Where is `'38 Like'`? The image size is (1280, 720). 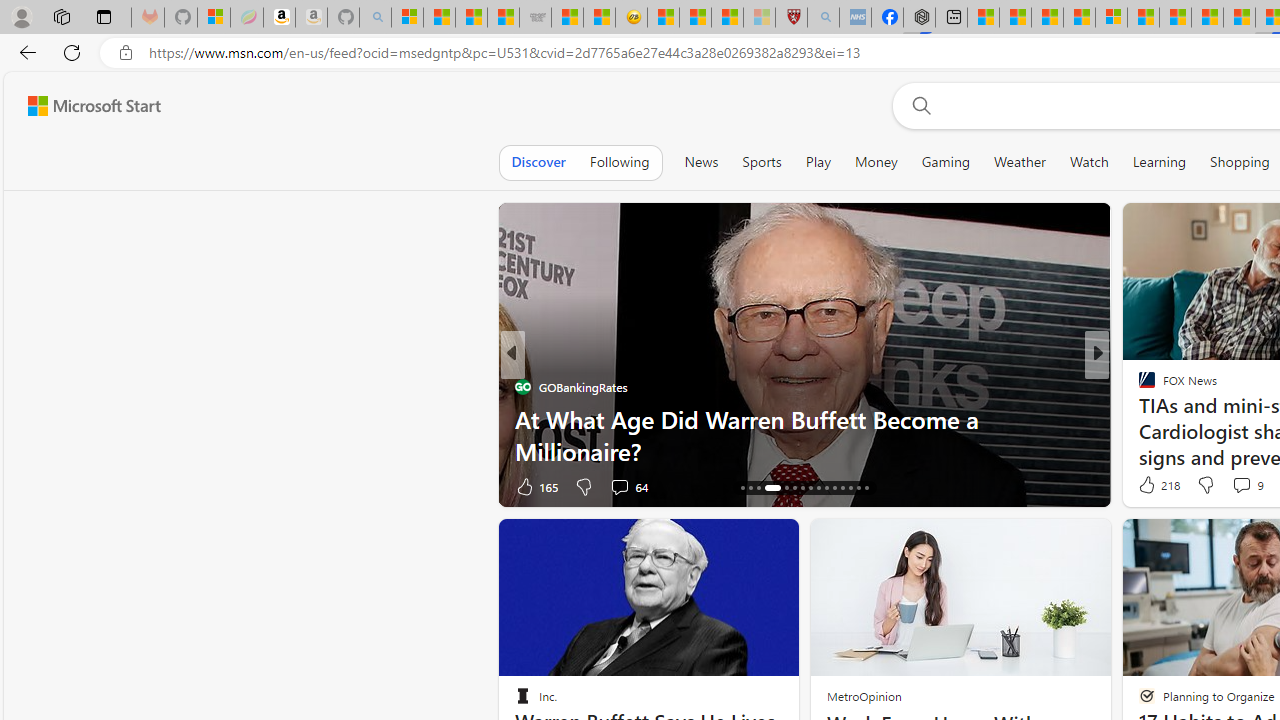 '38 Like' is located at coordinates (1149, 486).